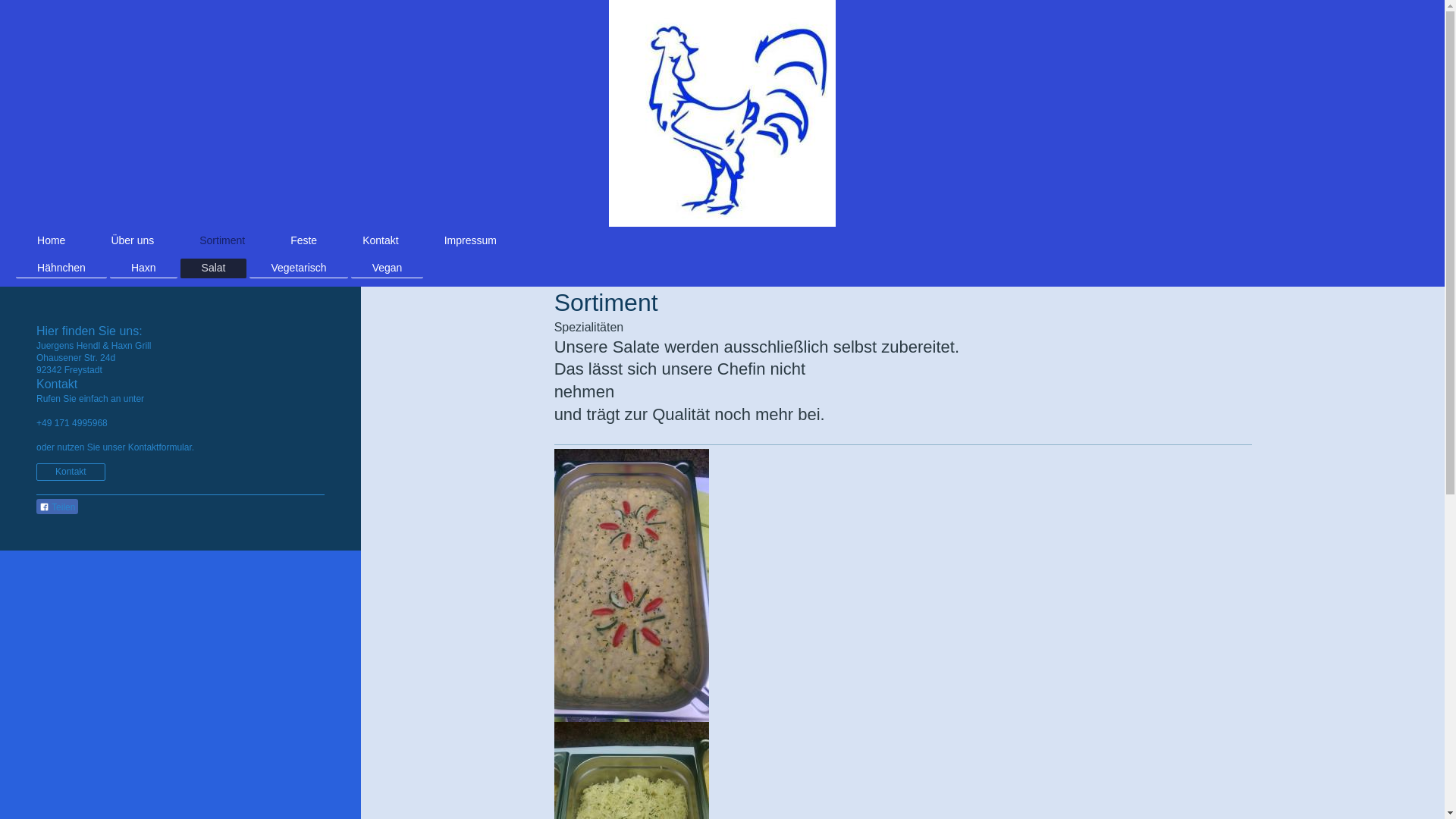 This screenshot has height=819, width=1456. I want to click on 'Sortiment', so click(221, 239).